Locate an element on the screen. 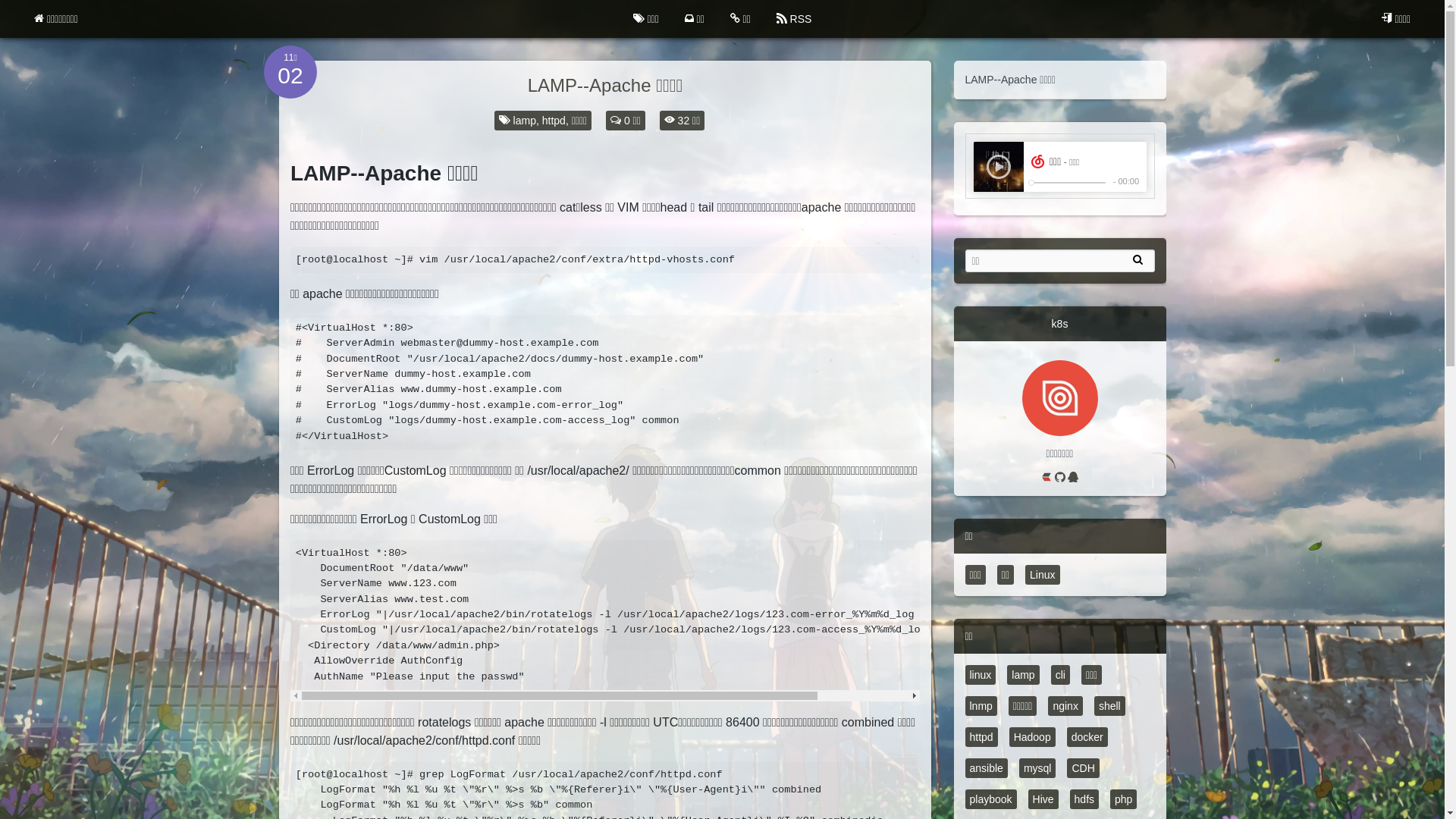  'lnmp' is located at coordinates (980, 705).